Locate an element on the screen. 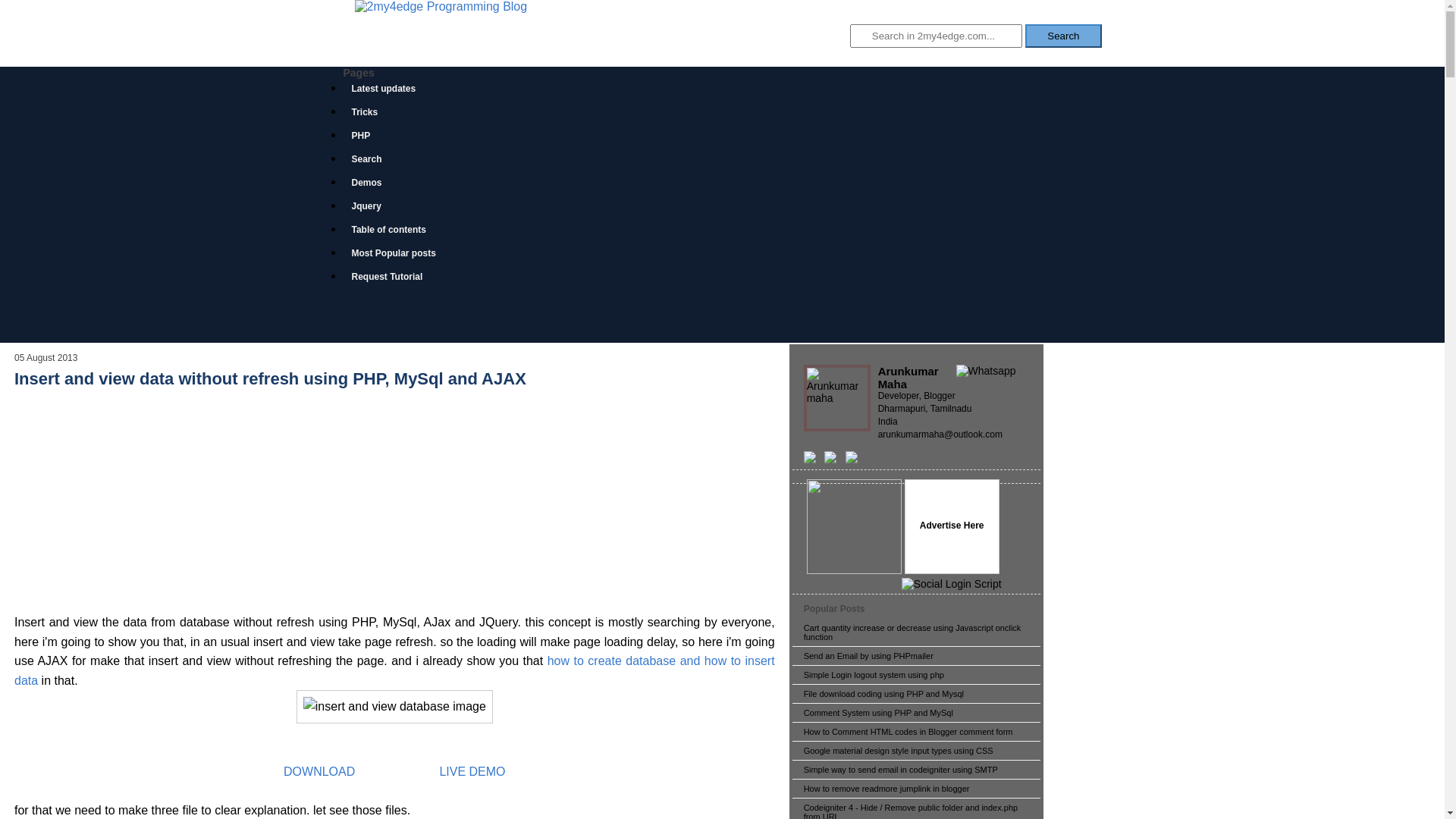 Image resolution: width=1456 pixels, height=819 pixels. 'insert and view database image' is located at coordinates (296, 707).